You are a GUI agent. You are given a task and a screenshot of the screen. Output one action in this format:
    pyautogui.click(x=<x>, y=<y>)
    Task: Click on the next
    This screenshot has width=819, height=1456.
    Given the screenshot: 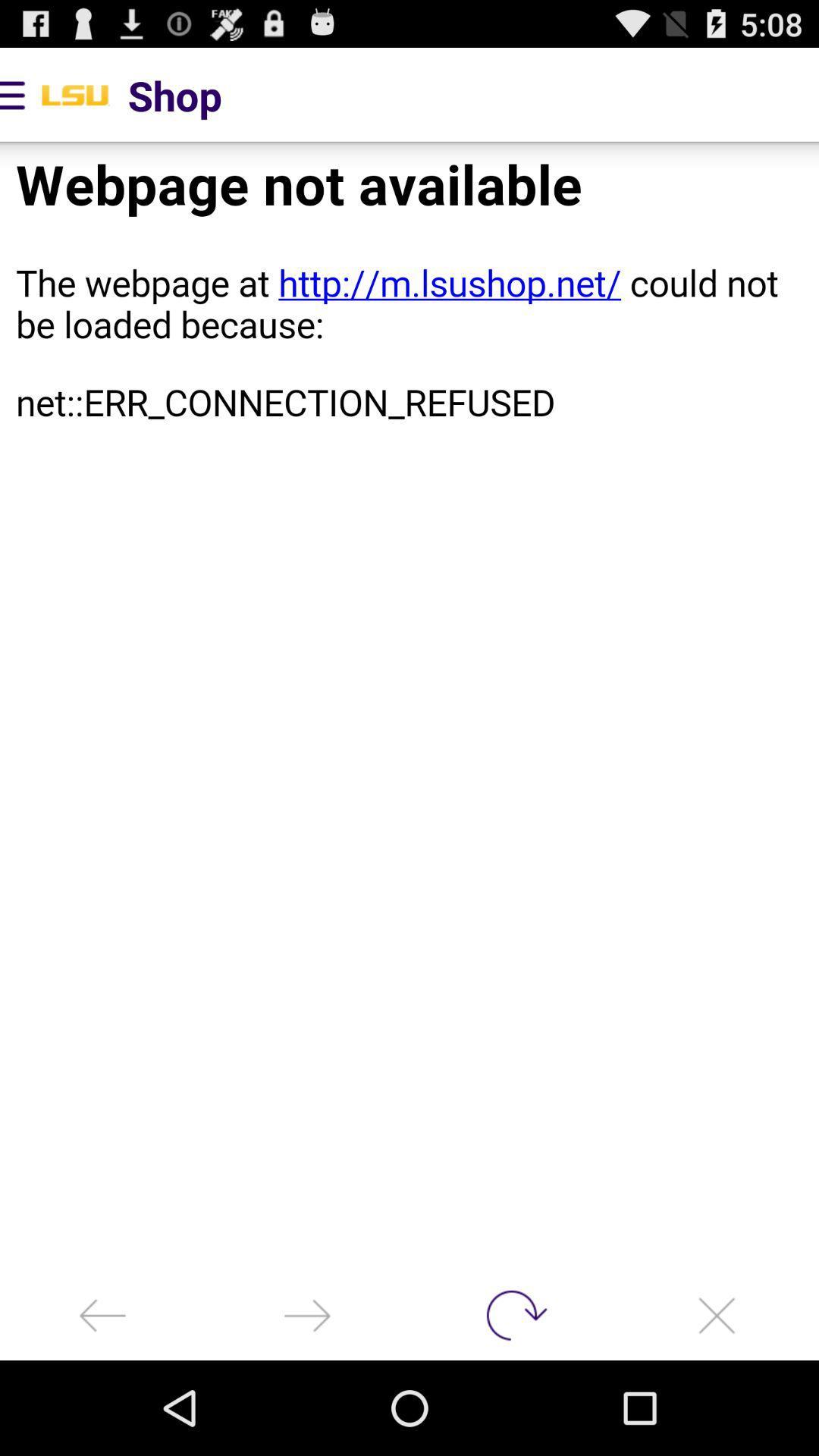 What is the action you would take?
    pyautogui.click(x=307, y=1314)
    